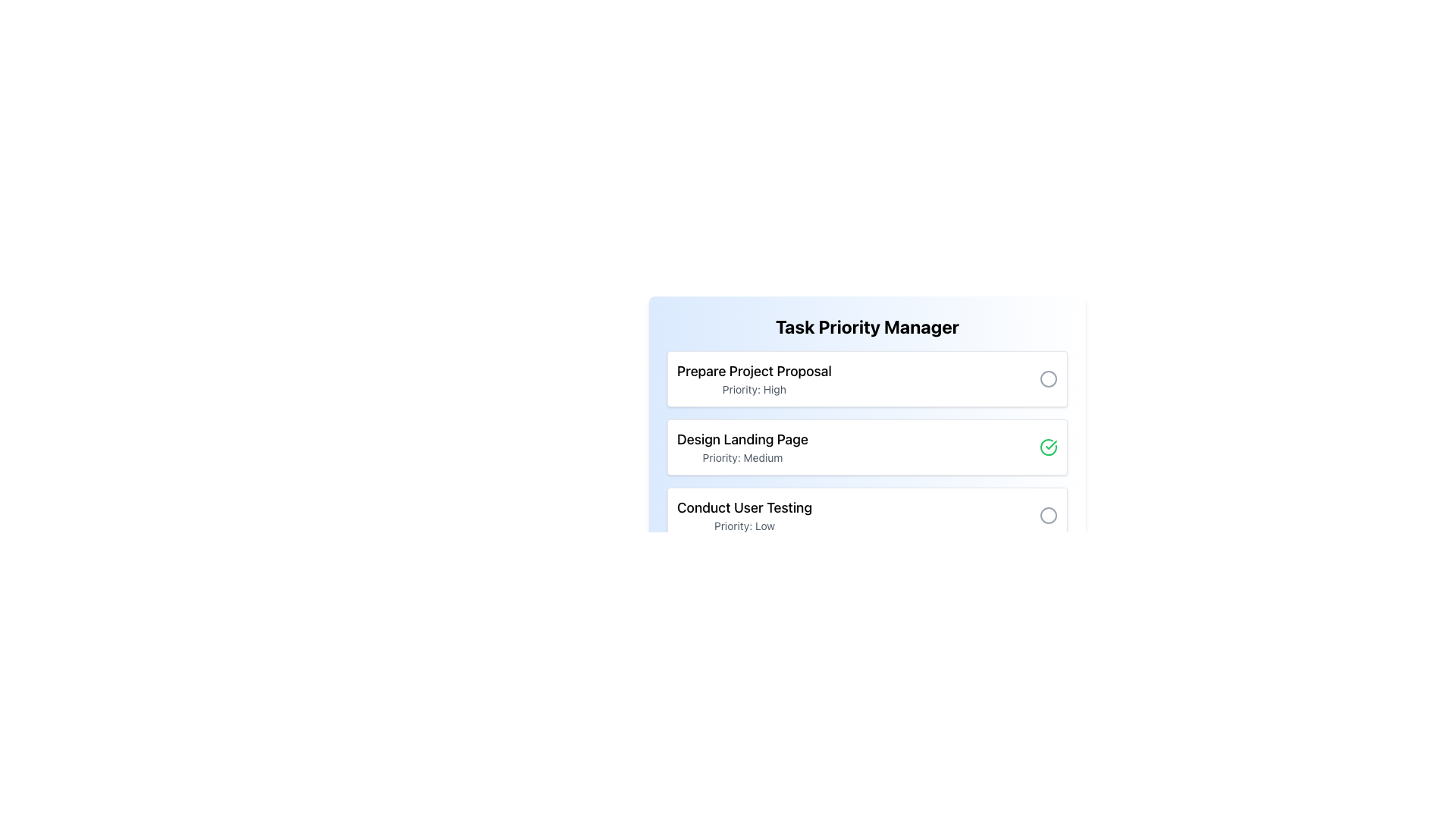 Image resolution: width=1456 pixels, height=819 pixels. What do you see at coordinates (867, 514) in the screenshot?
I see `the checkbox of the task item labeled 'Conduct User Testing'` at bounding box center [867, 514].